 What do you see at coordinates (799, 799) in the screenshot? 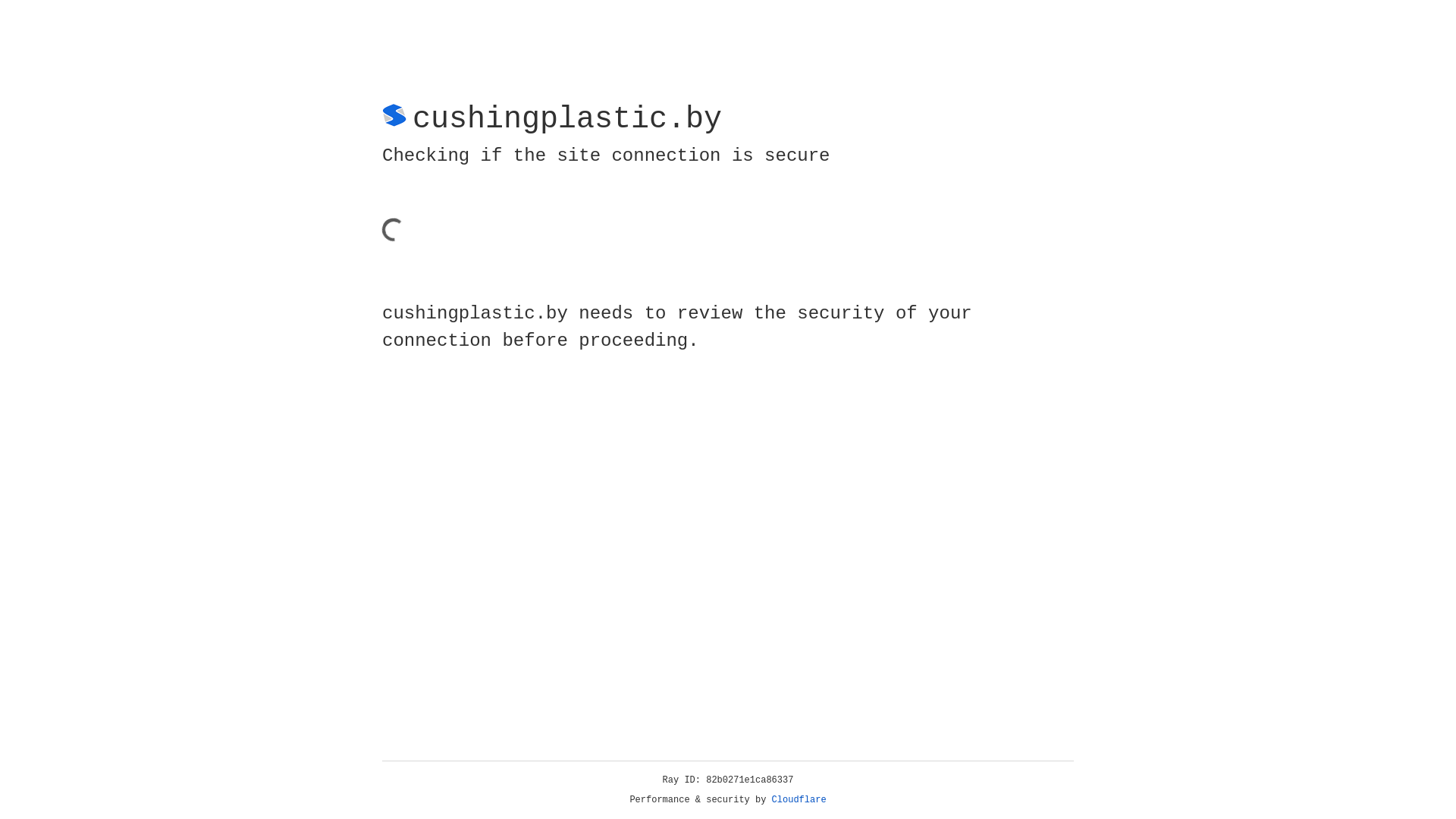
I see `'Cloudflare'` at bounding box center [799, 799].